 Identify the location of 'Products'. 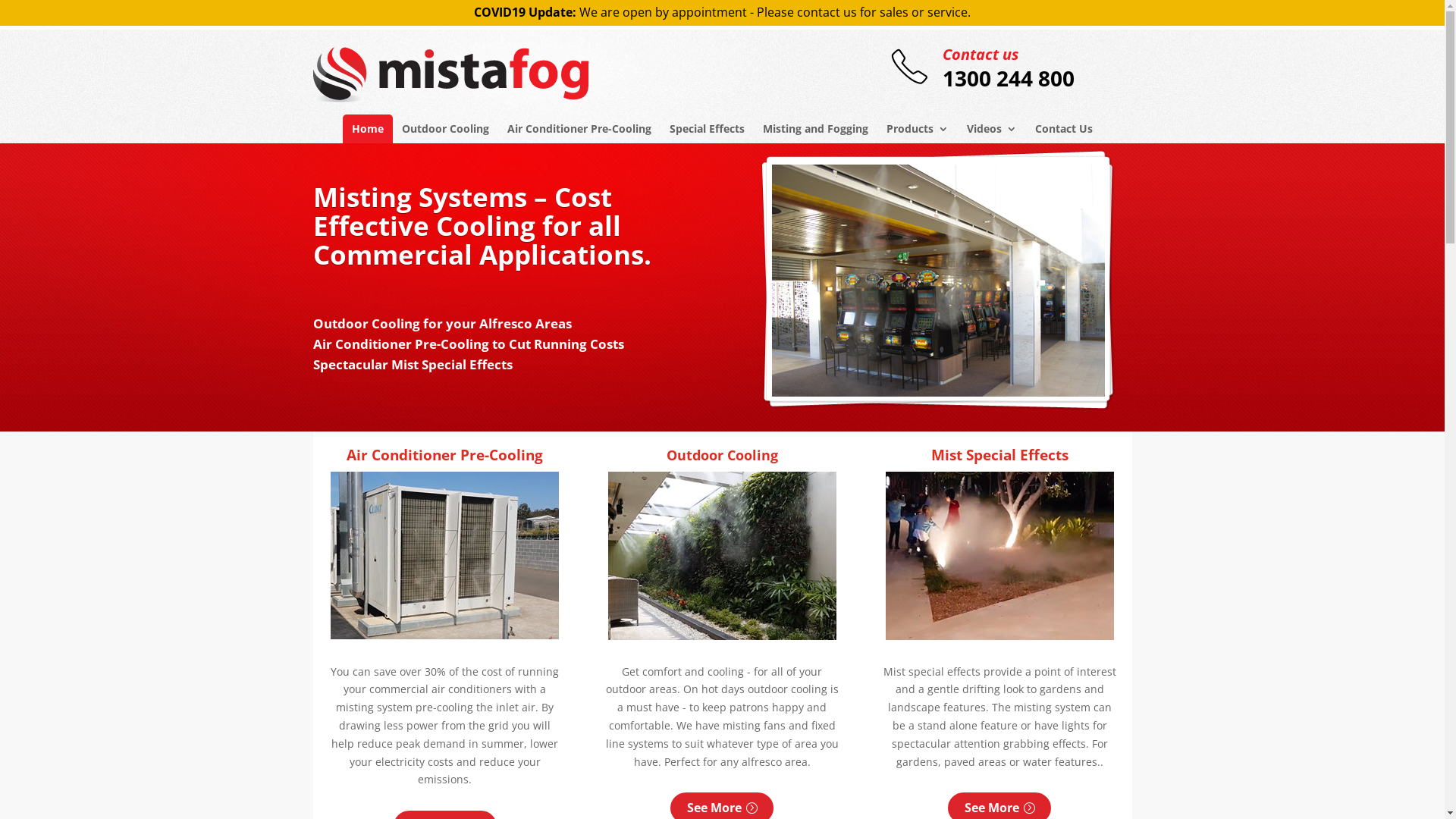
(916, 127).